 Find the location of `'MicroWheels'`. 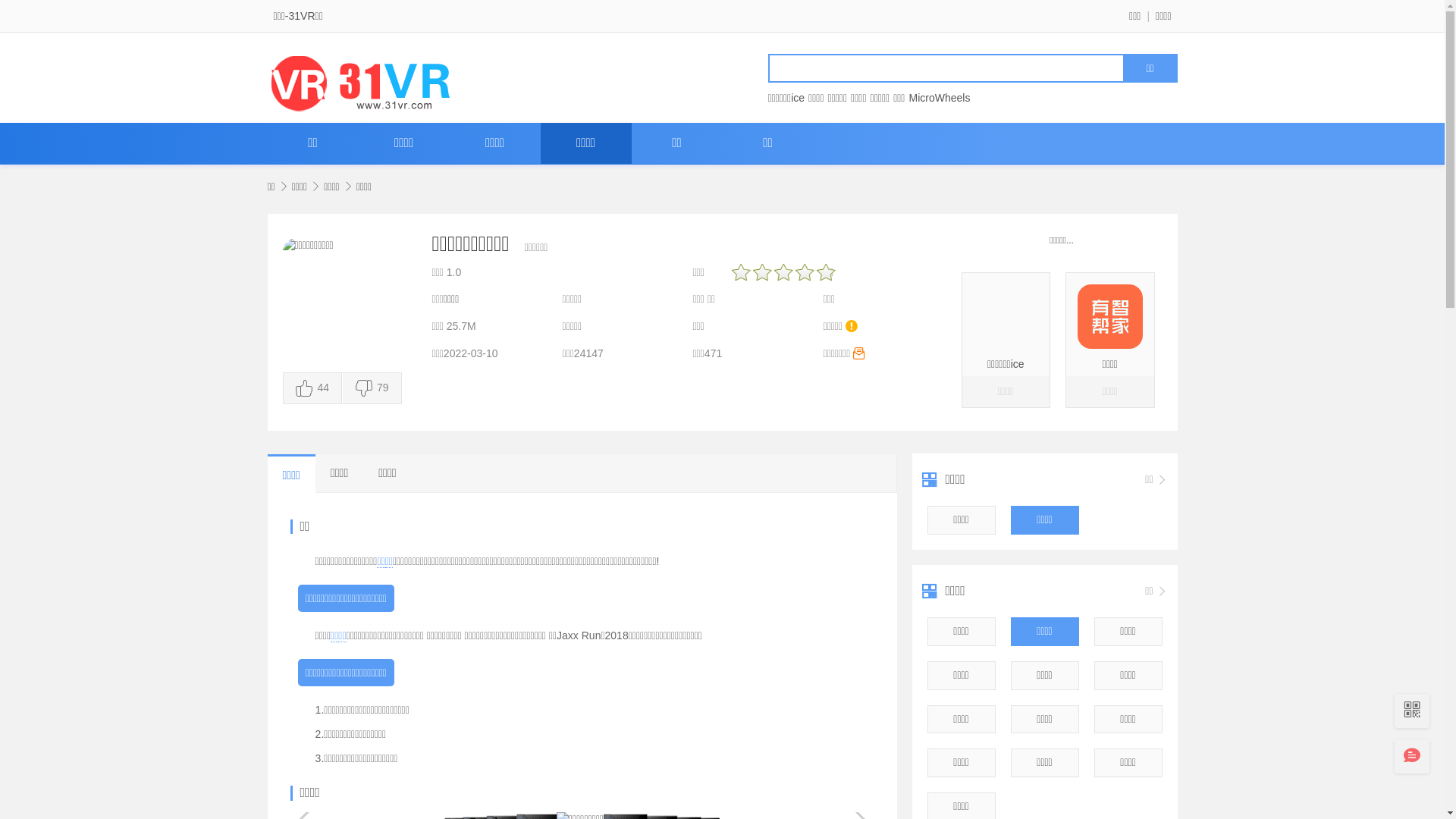

'MicroWheels' is located at coordinates (938, 97).